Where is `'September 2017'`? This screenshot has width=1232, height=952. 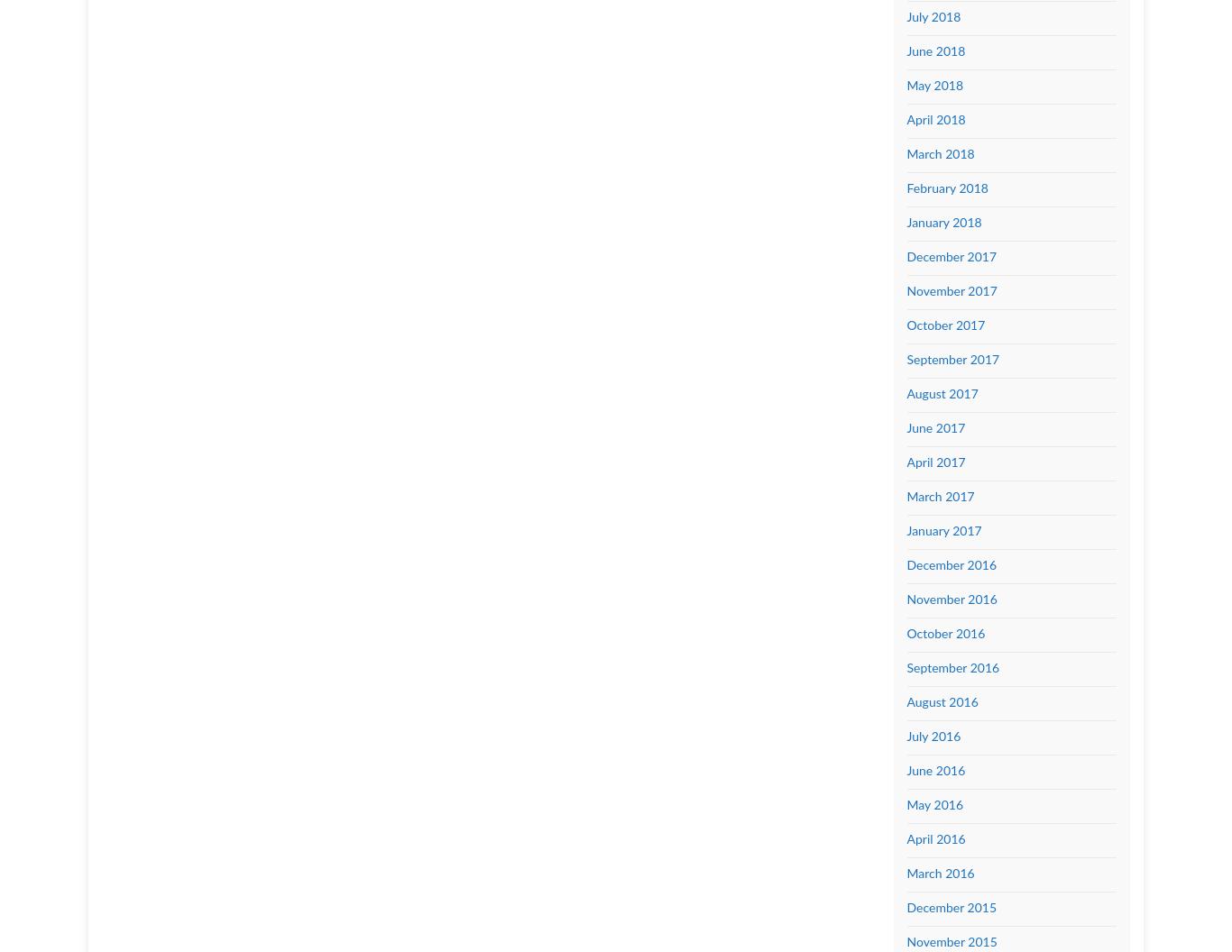
'September 2017' is located at coordinates (952, 359).